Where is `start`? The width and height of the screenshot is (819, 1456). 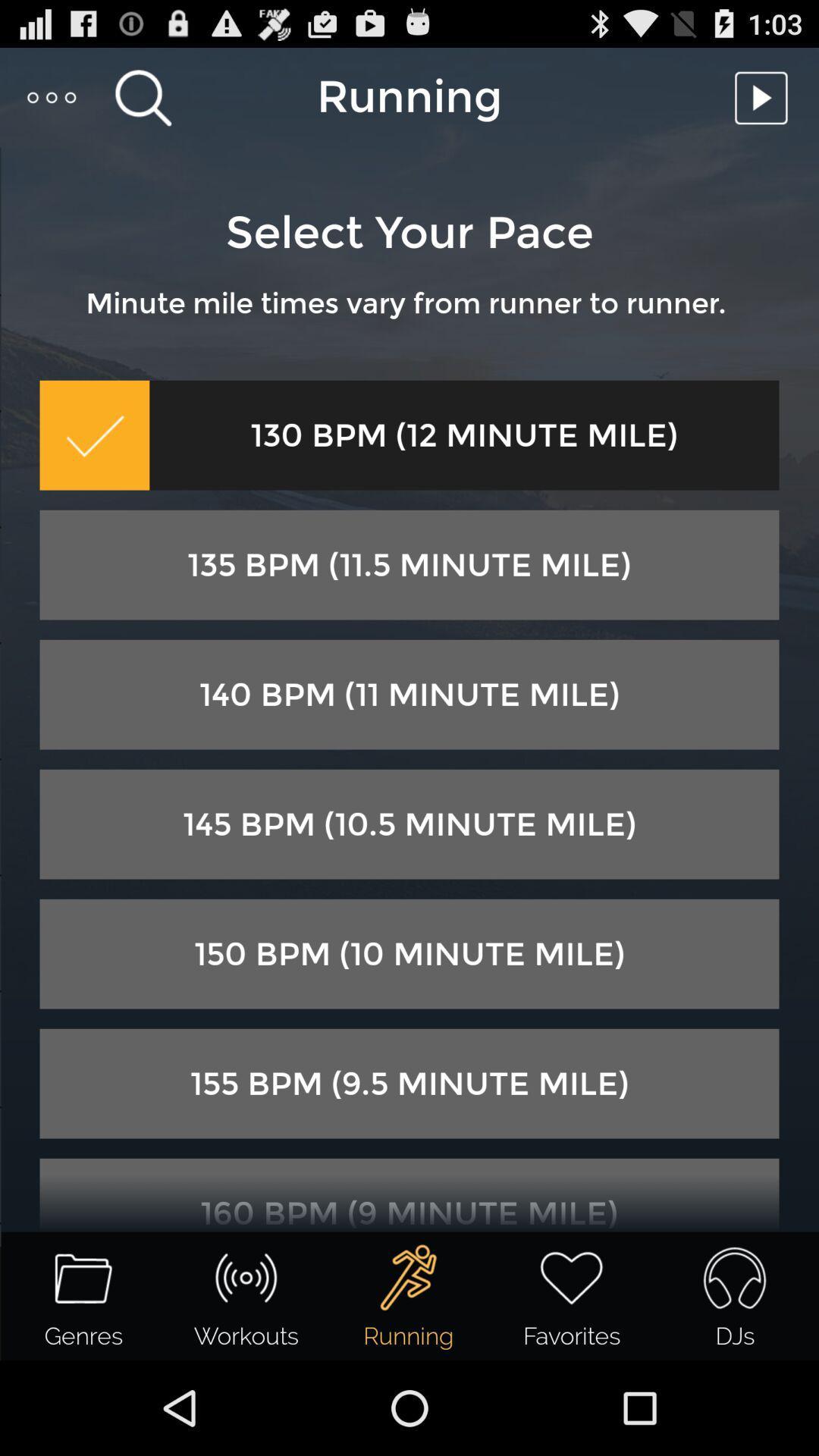 start is located at coordinates (765, 96).